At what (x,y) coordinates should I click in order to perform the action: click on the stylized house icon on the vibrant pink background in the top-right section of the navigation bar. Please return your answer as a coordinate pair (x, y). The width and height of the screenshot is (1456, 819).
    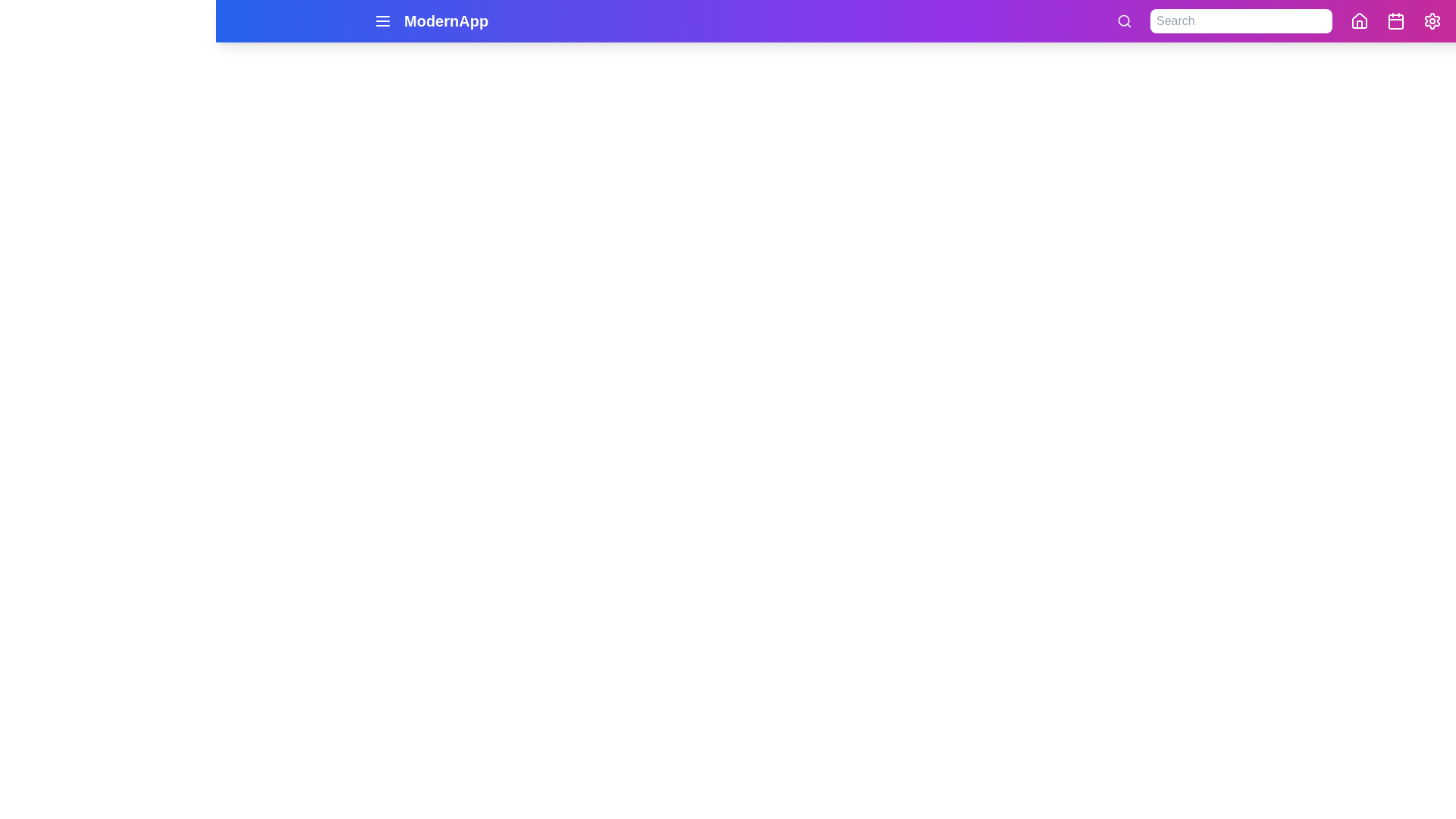
    Looking at the image, I should click on (1360, 20).